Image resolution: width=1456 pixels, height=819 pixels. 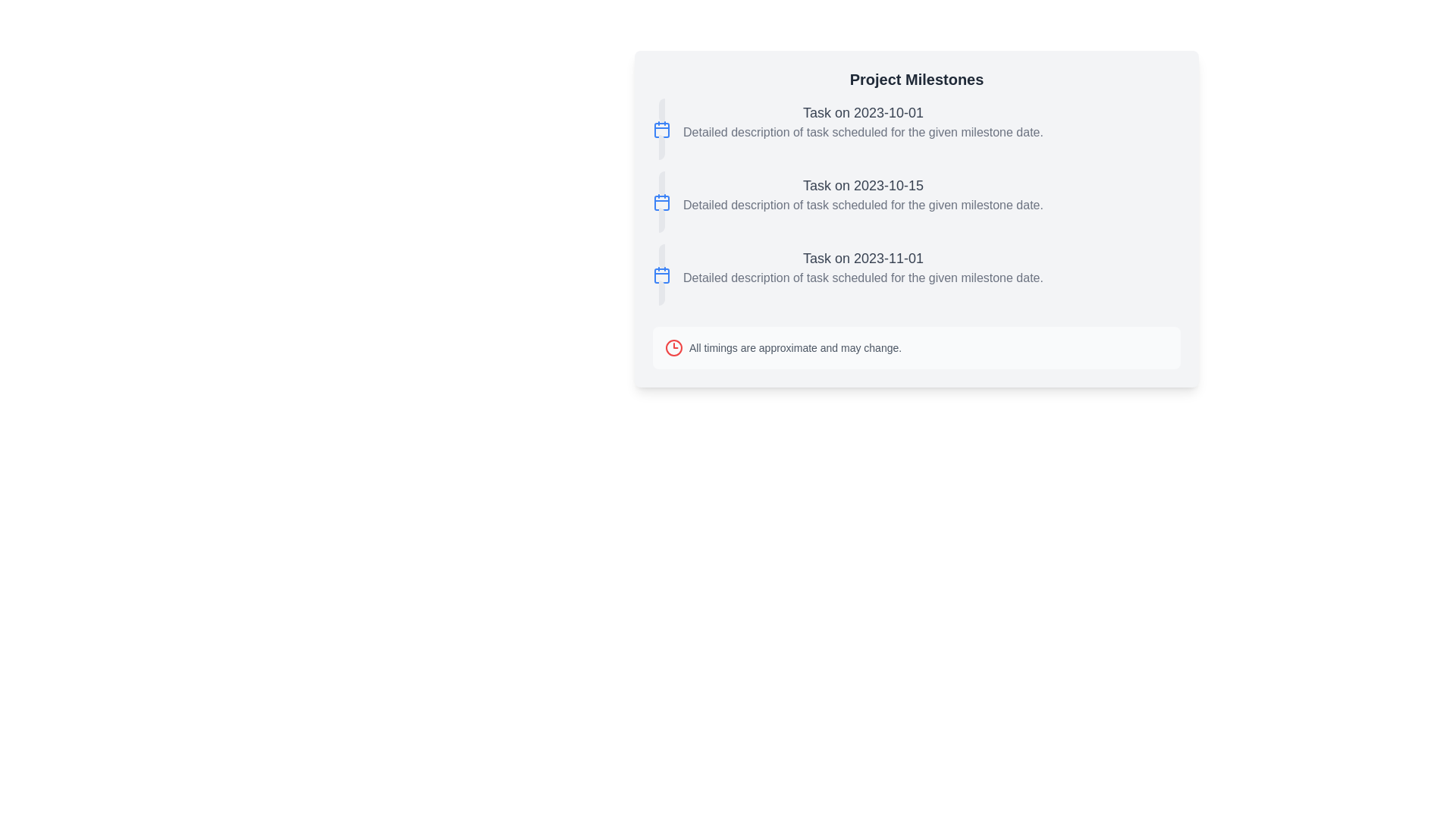 I want to click on the second milestone icon in the vertically arranged timeline interface, which visually indicates a task's specific date, so click(x=662, y=201).